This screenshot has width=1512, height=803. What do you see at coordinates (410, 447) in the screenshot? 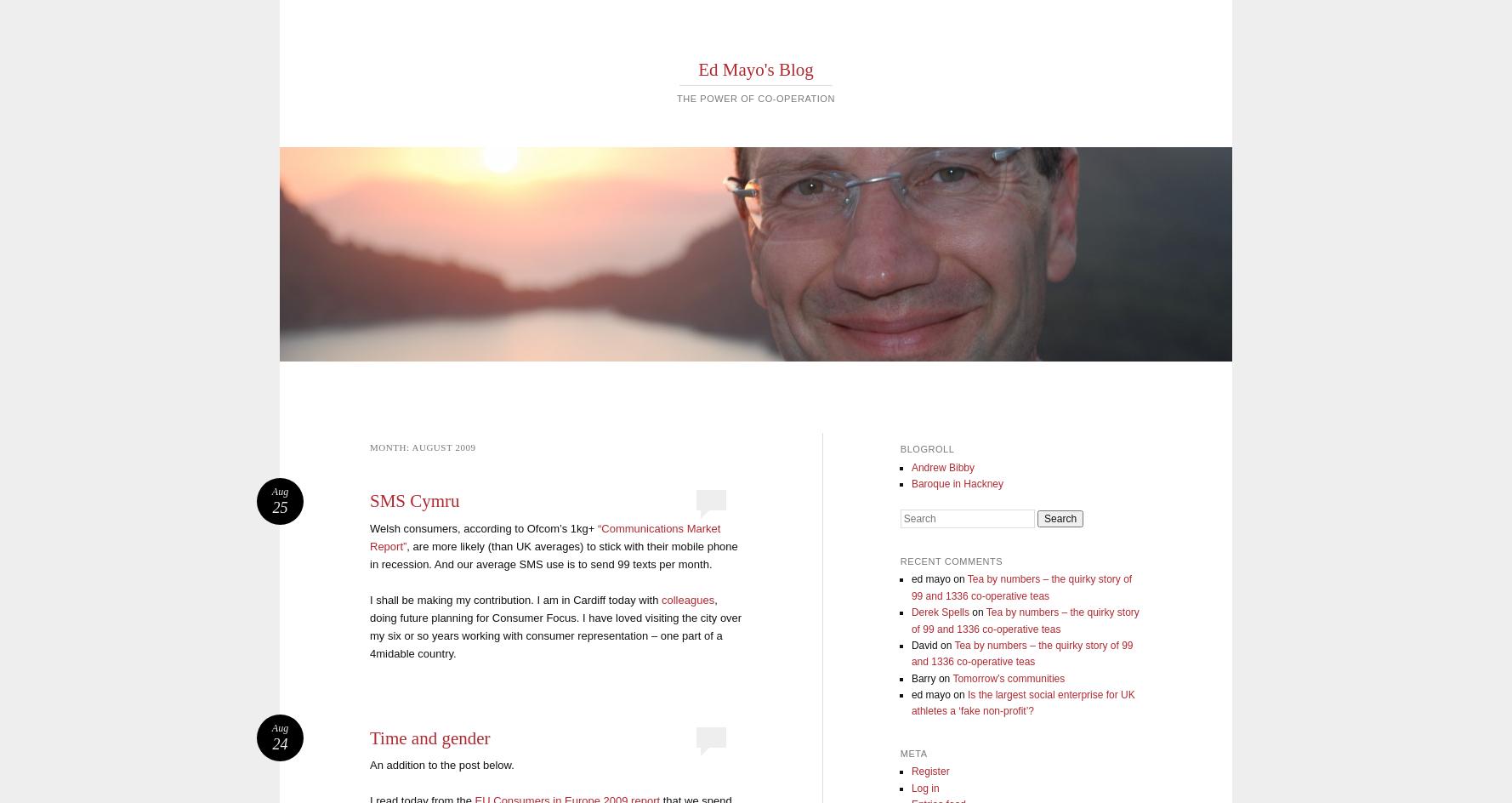
I see `'August 2009'` at bounding box center [410, 447].